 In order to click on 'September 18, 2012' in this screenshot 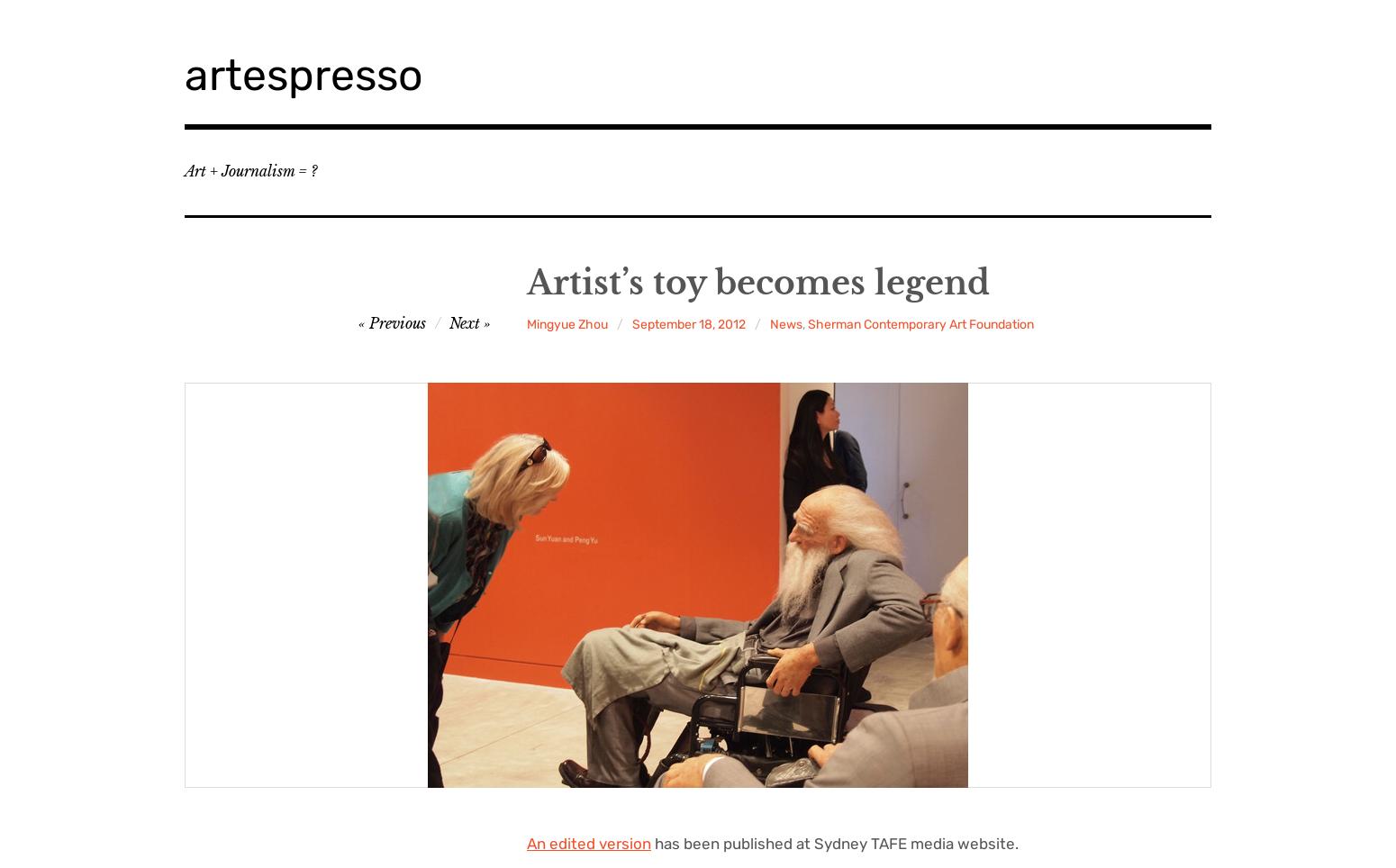, I will do `click(631, 323)`.